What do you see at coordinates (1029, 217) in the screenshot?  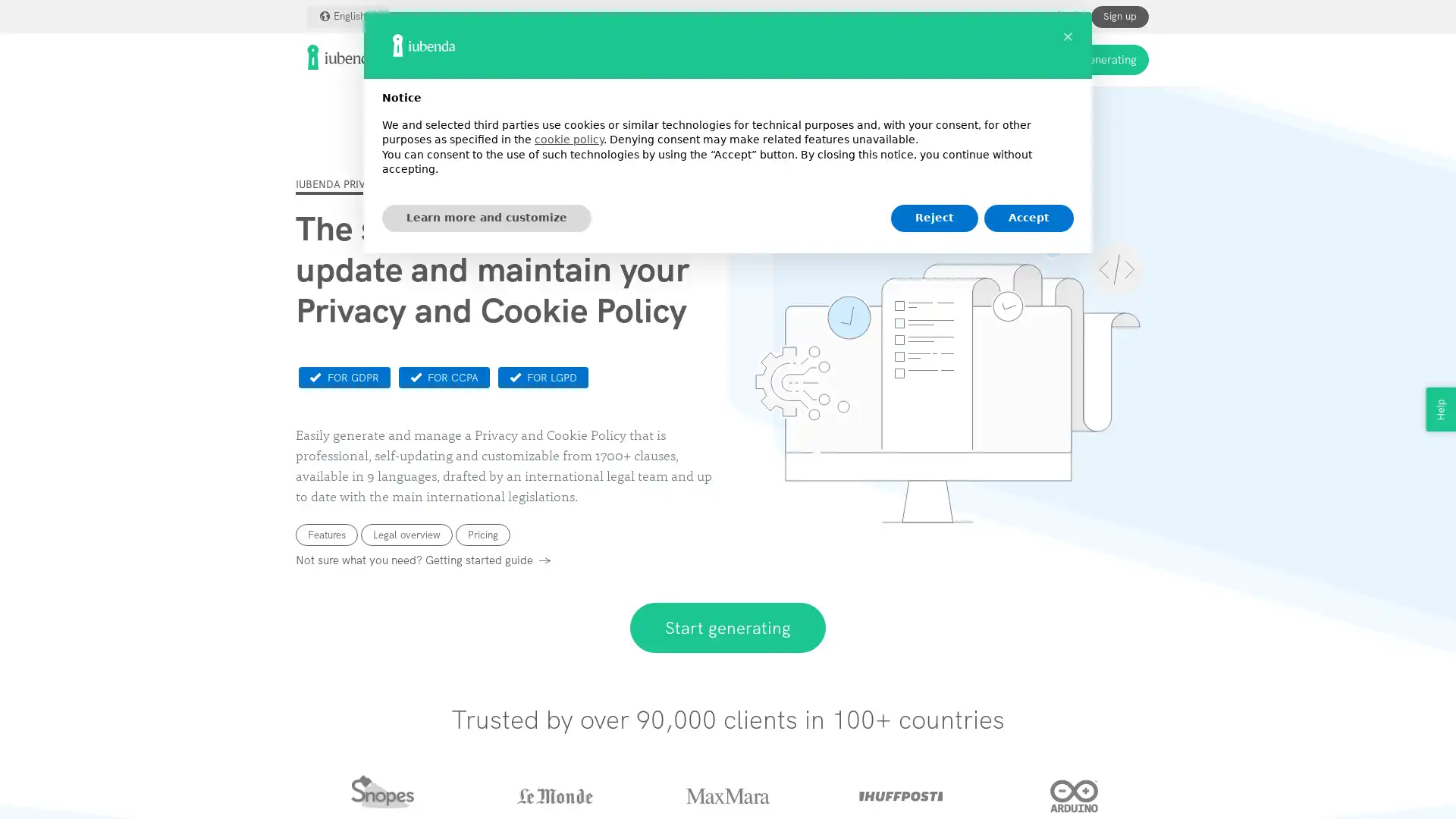 I see `Accept` at bounding box center [1029, 217].